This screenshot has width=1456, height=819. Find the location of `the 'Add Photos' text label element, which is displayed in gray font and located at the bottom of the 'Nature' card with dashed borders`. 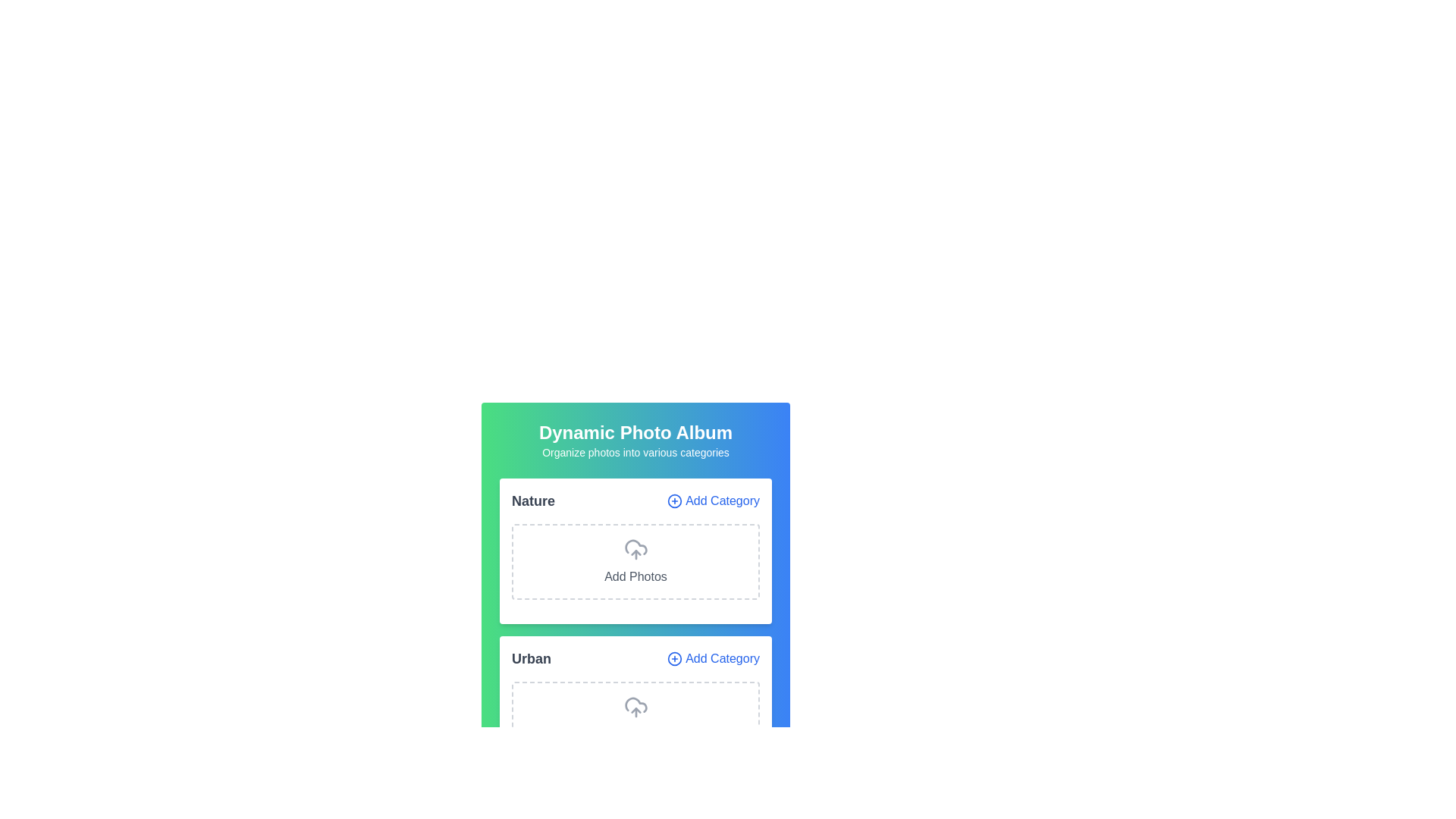

the 'Add Photos' text label element, which is displayed in gray font and located at the bottom of the 'Nature' card with dashed borders is located at coordinates (635, 576).